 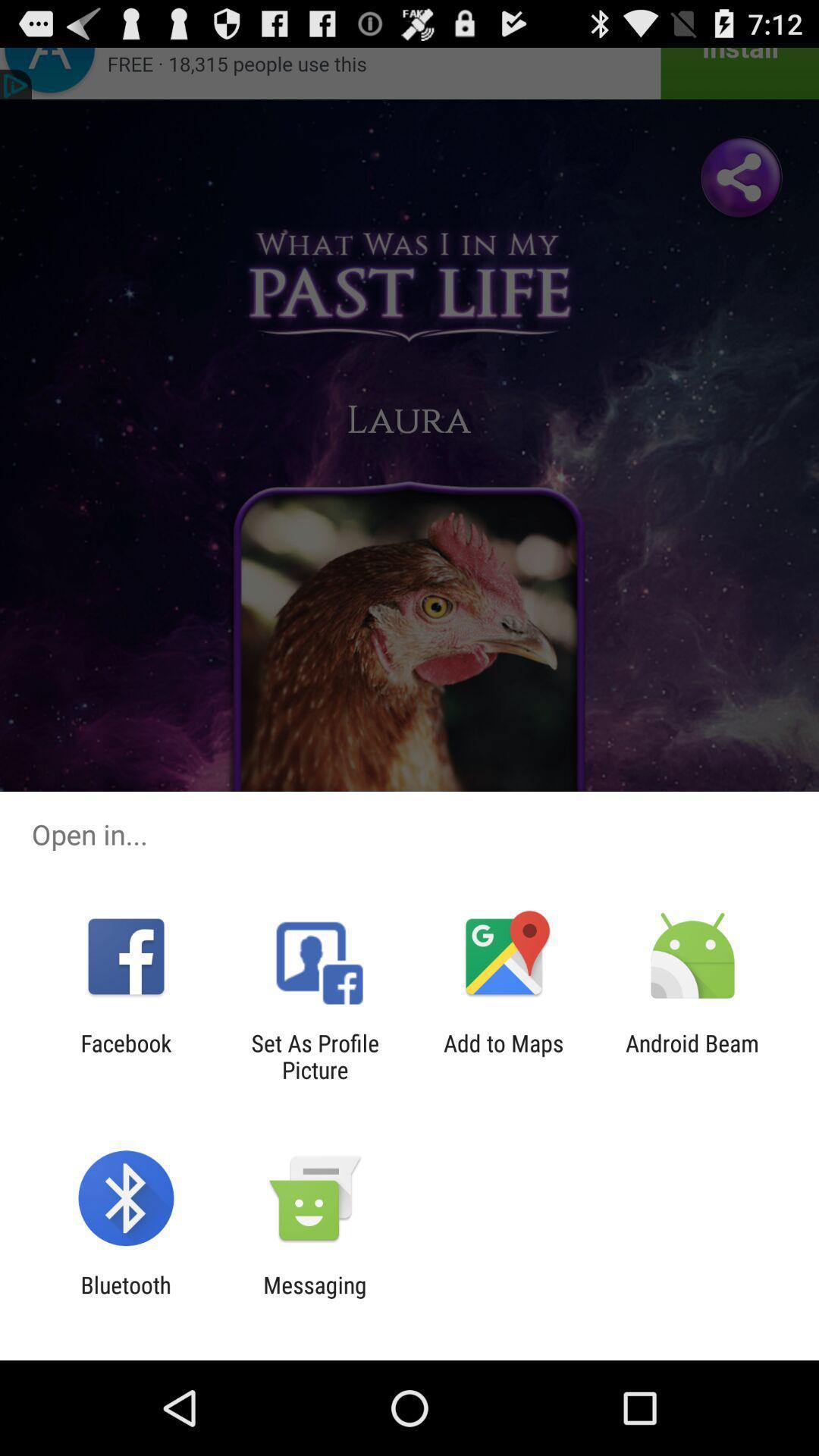 I want to click on the app to the left of android beam icon, so click(x=504, y=1056).